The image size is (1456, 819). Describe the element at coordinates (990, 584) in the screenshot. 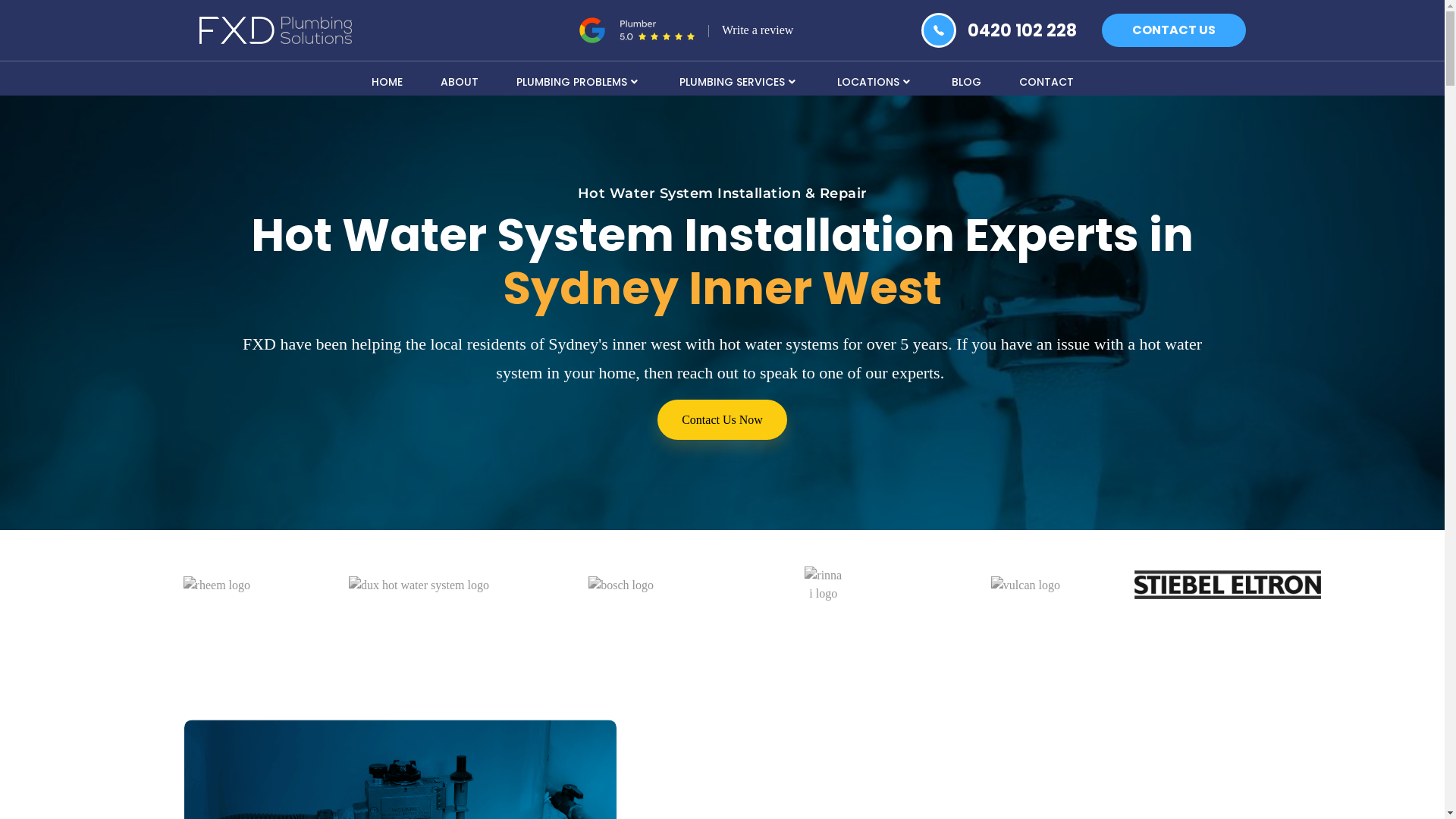

I see `'vulcan logo'` at that location.